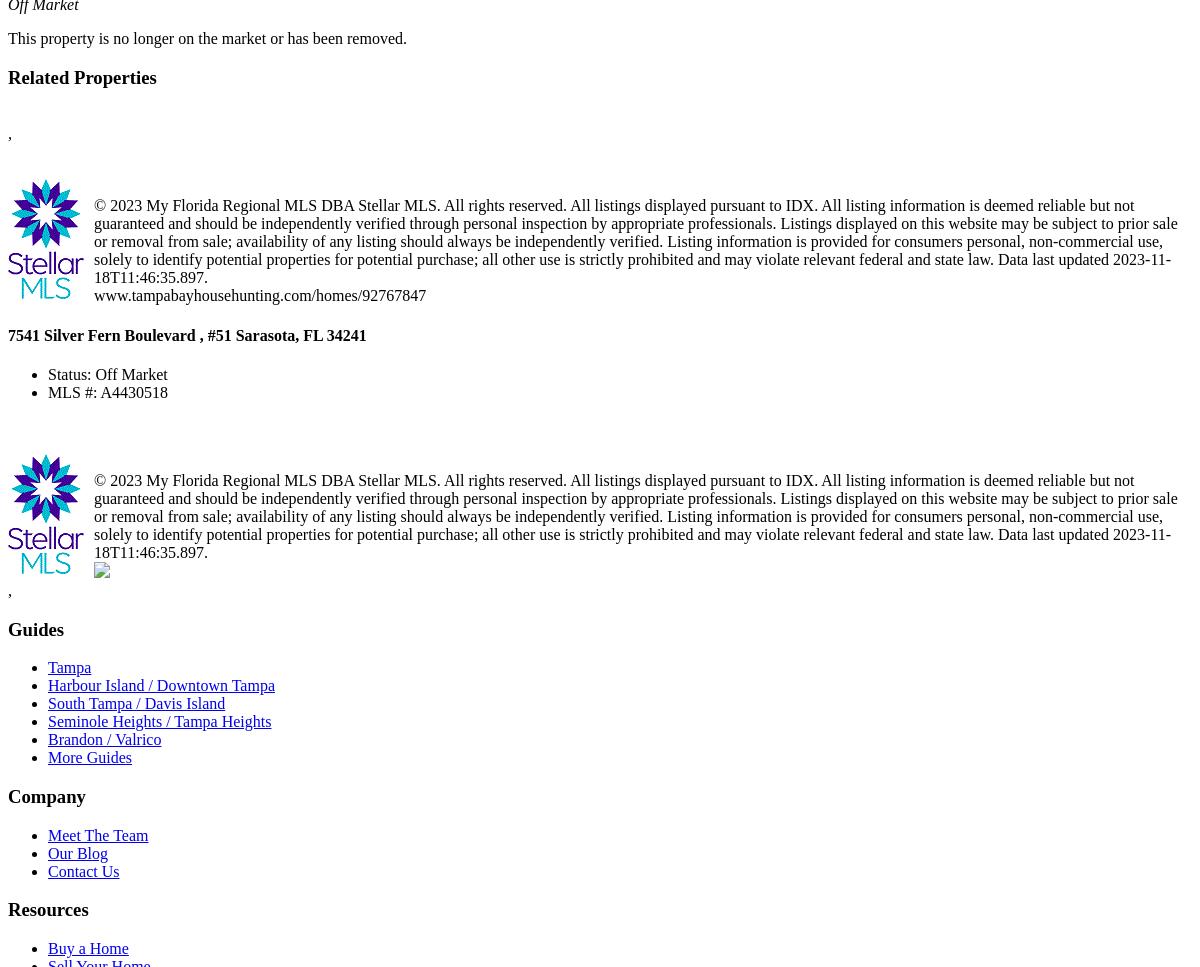 The height and width of the screenshot is (967, 1200). Describe the element at coordinates (36, 628) in the screenshot. I see `'Guides'` at that location.